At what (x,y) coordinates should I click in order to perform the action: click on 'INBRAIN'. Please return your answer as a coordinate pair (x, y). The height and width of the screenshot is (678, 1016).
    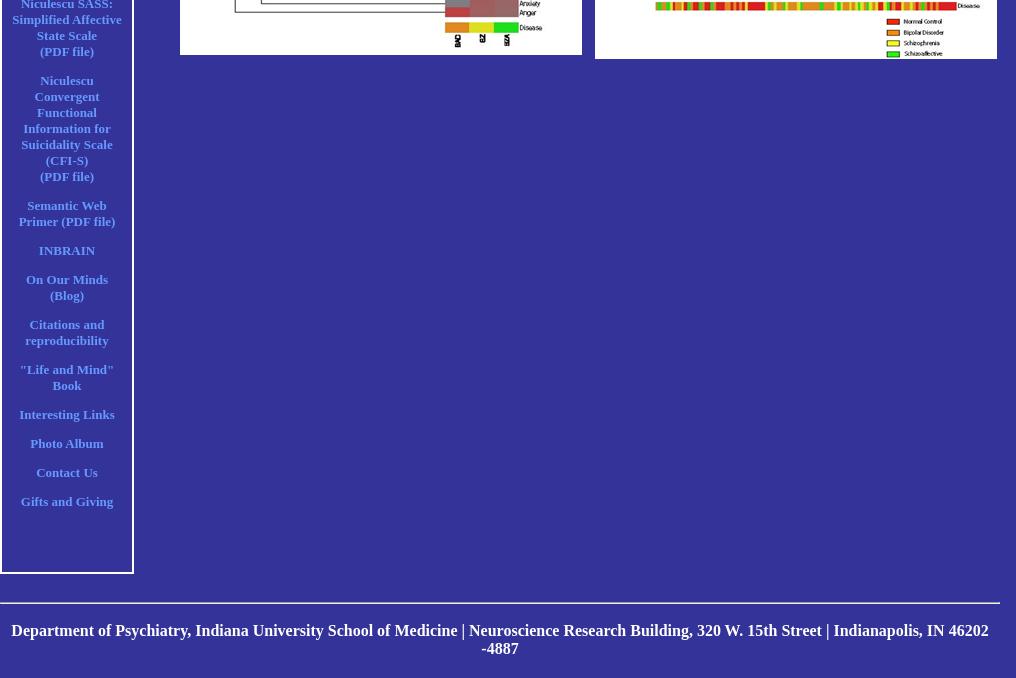
    Looking at the image, I should click on (66, 249).